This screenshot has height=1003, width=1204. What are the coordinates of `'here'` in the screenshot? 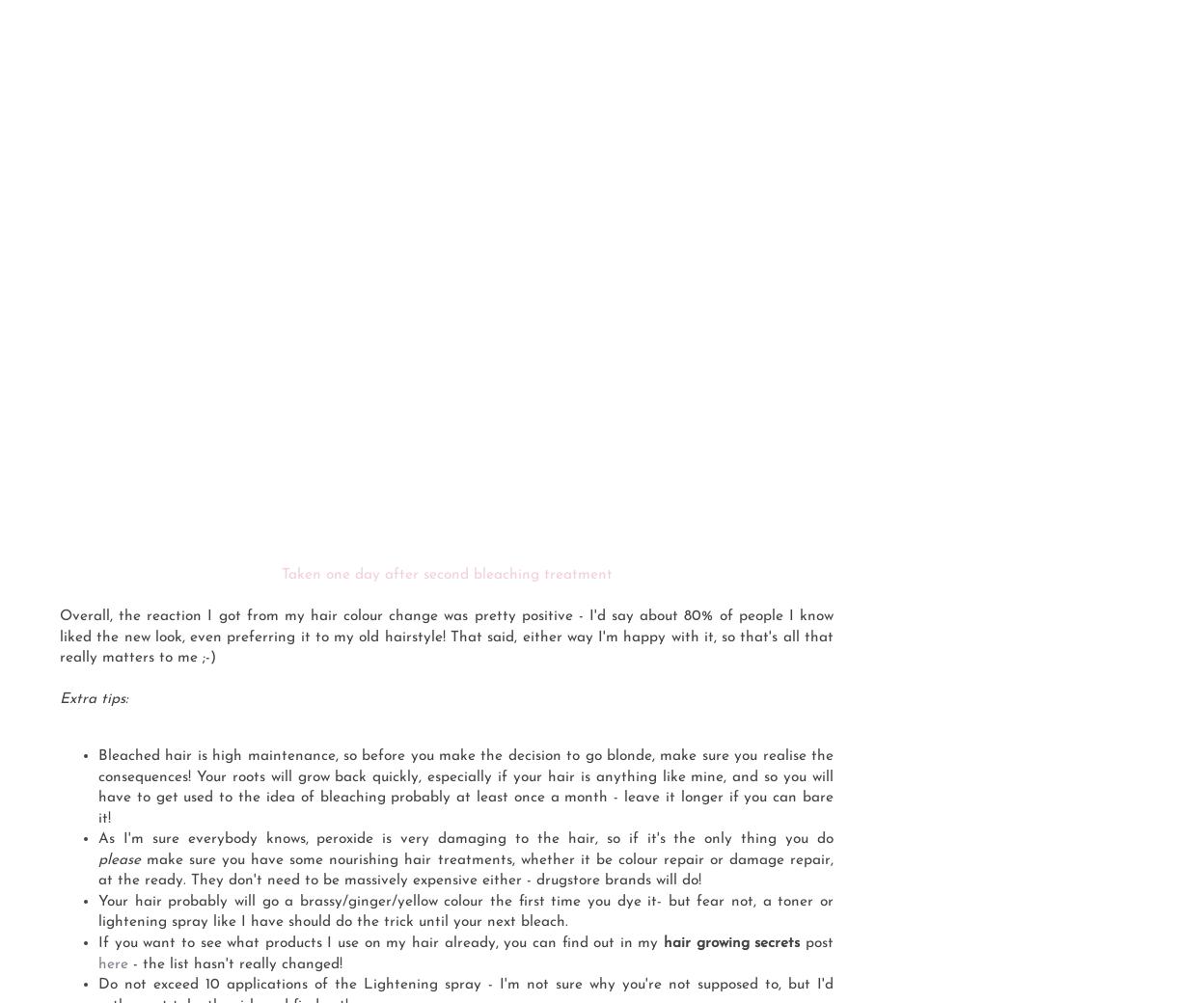 It's located at (96, 963).